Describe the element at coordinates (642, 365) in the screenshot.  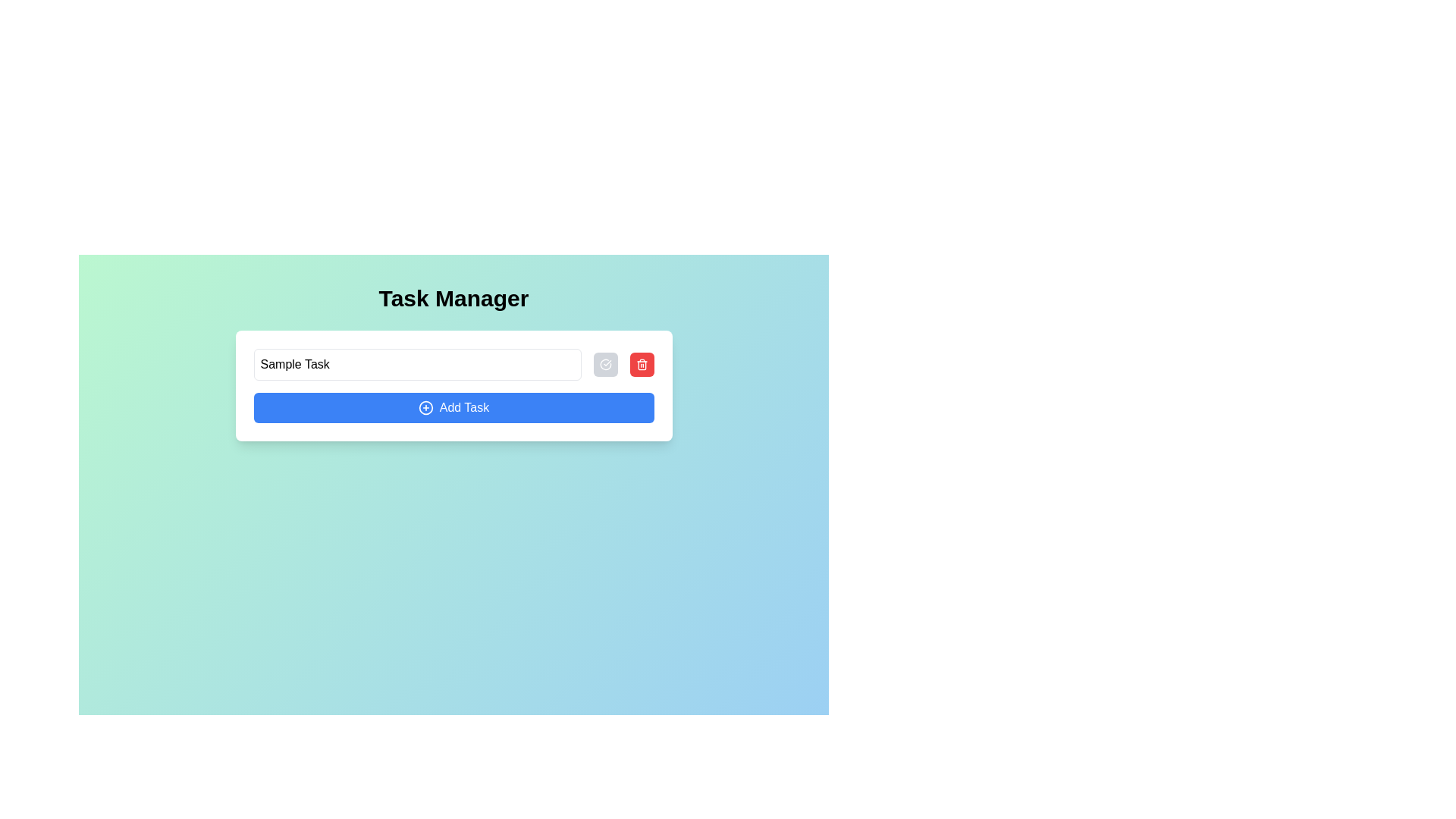
I see `the red button with rounded corners and a trash icon` at that location.